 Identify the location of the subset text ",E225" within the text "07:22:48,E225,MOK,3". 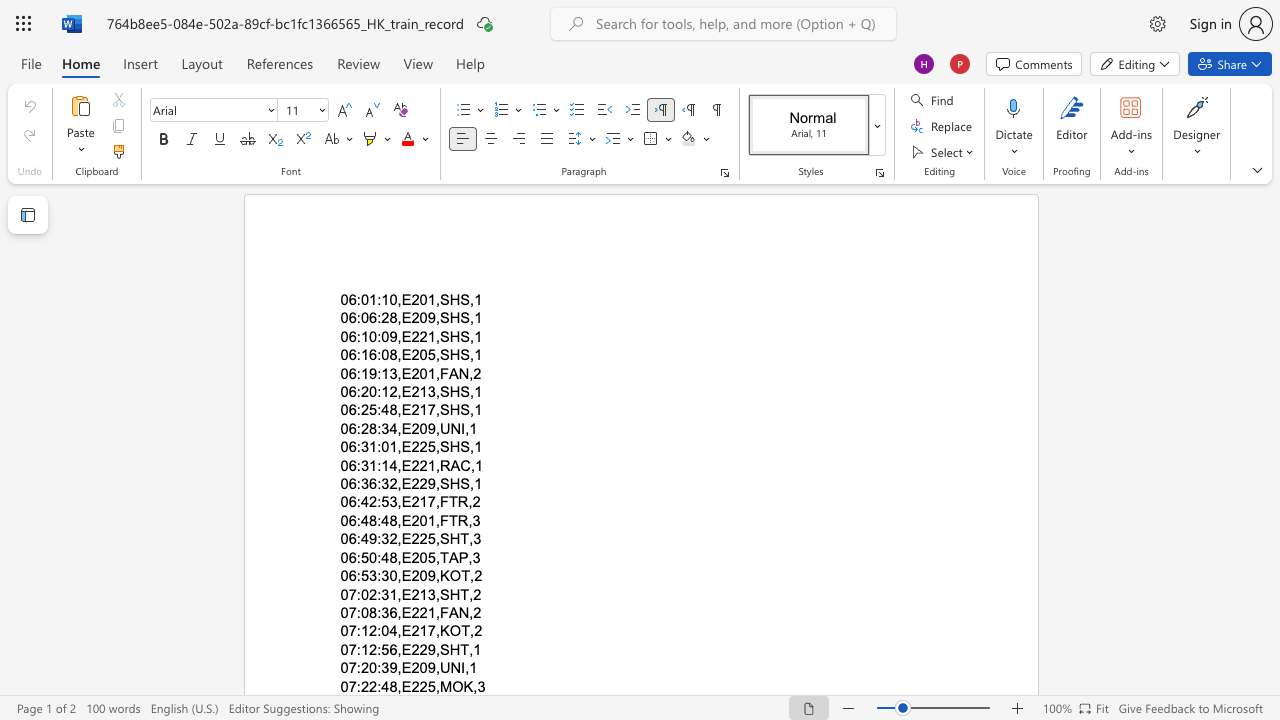
(397, 685).